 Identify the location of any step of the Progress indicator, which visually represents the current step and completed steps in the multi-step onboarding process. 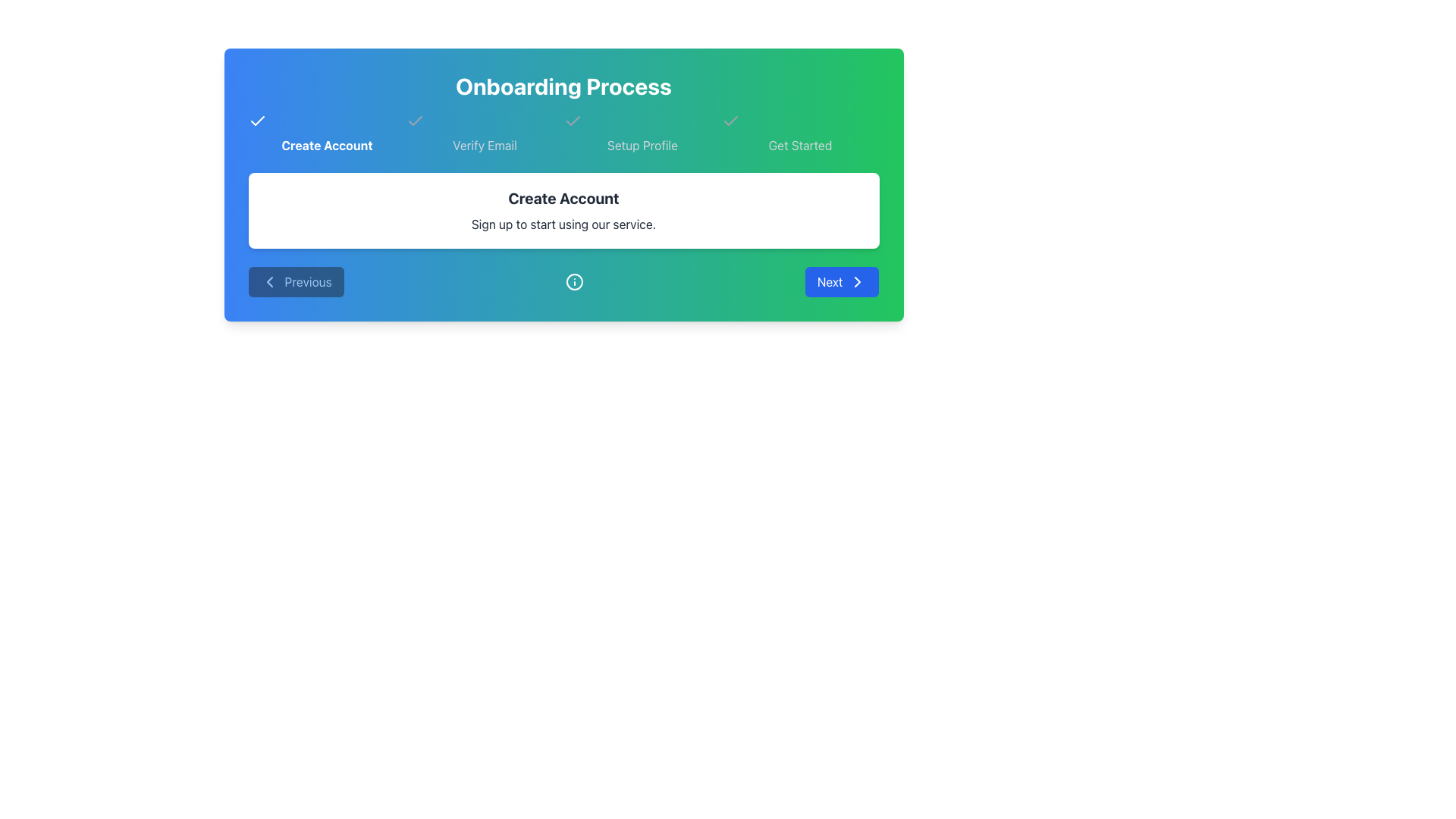
(563, 133).